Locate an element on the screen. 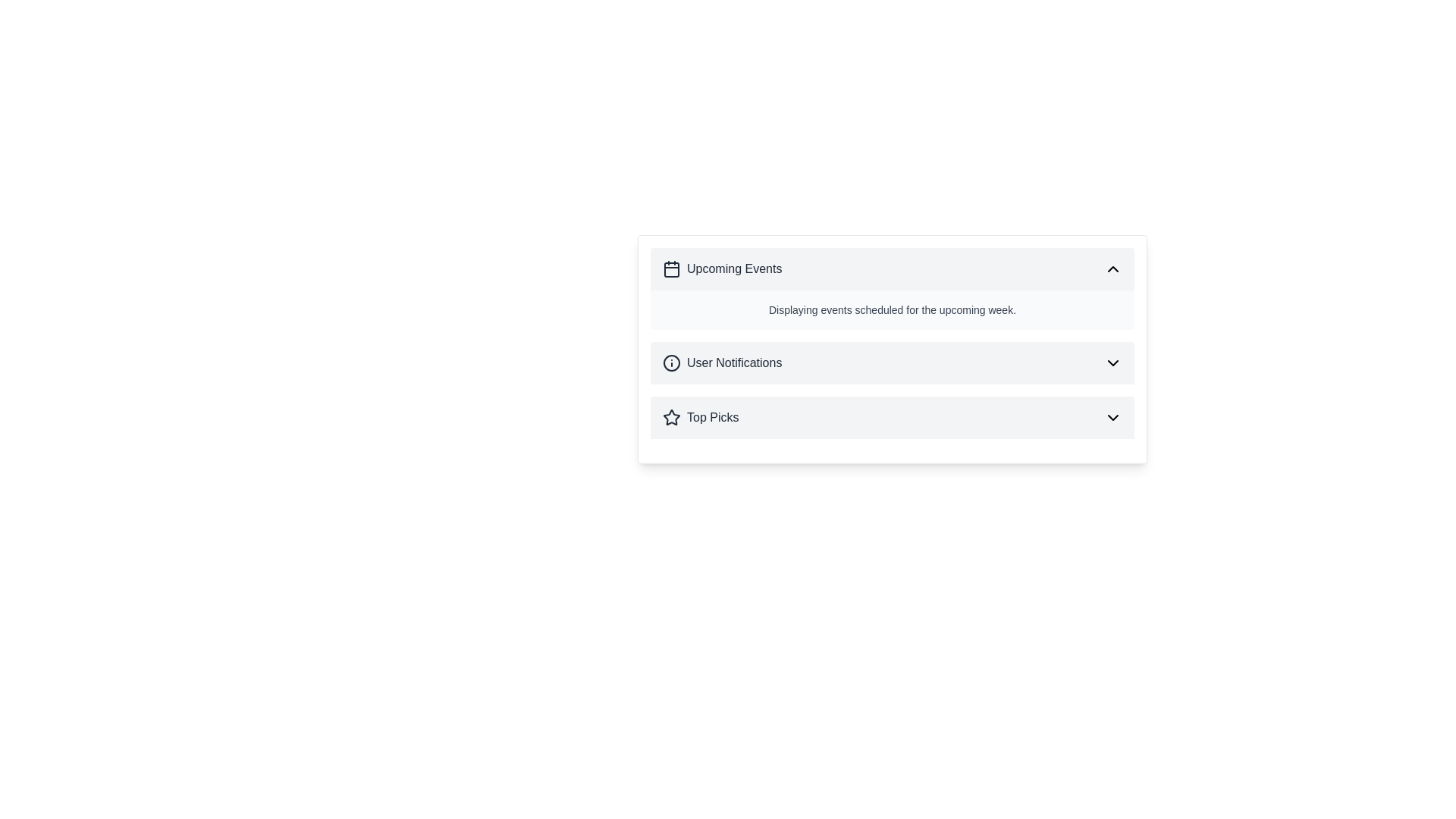  text of the 'Top Picks' label located in the header section below 'User Notifications' and above the expandable content area is located at coordinates (700, 418).